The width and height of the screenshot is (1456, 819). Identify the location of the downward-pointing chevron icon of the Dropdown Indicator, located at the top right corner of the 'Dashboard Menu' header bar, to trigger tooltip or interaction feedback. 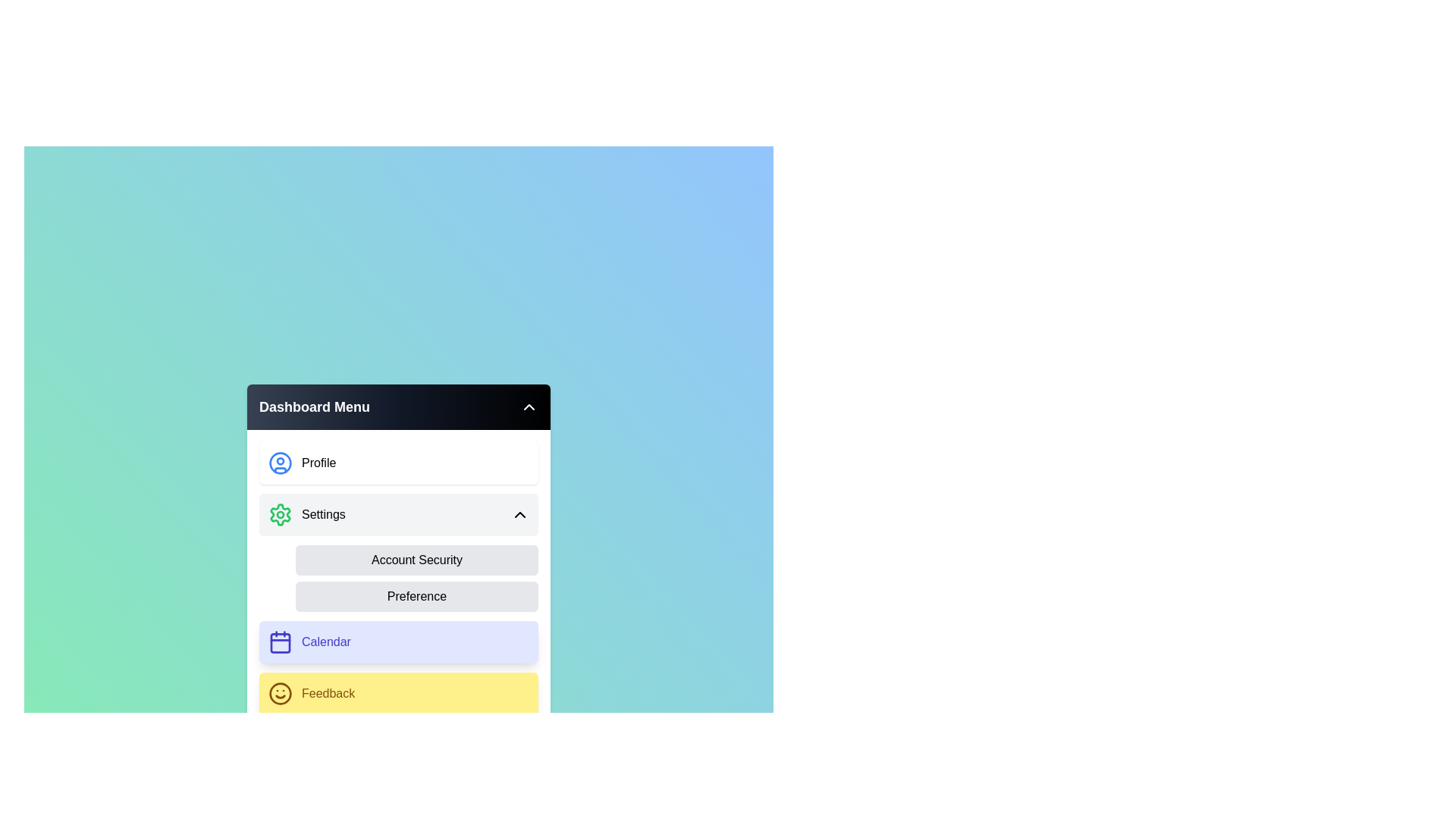
(529, 406).